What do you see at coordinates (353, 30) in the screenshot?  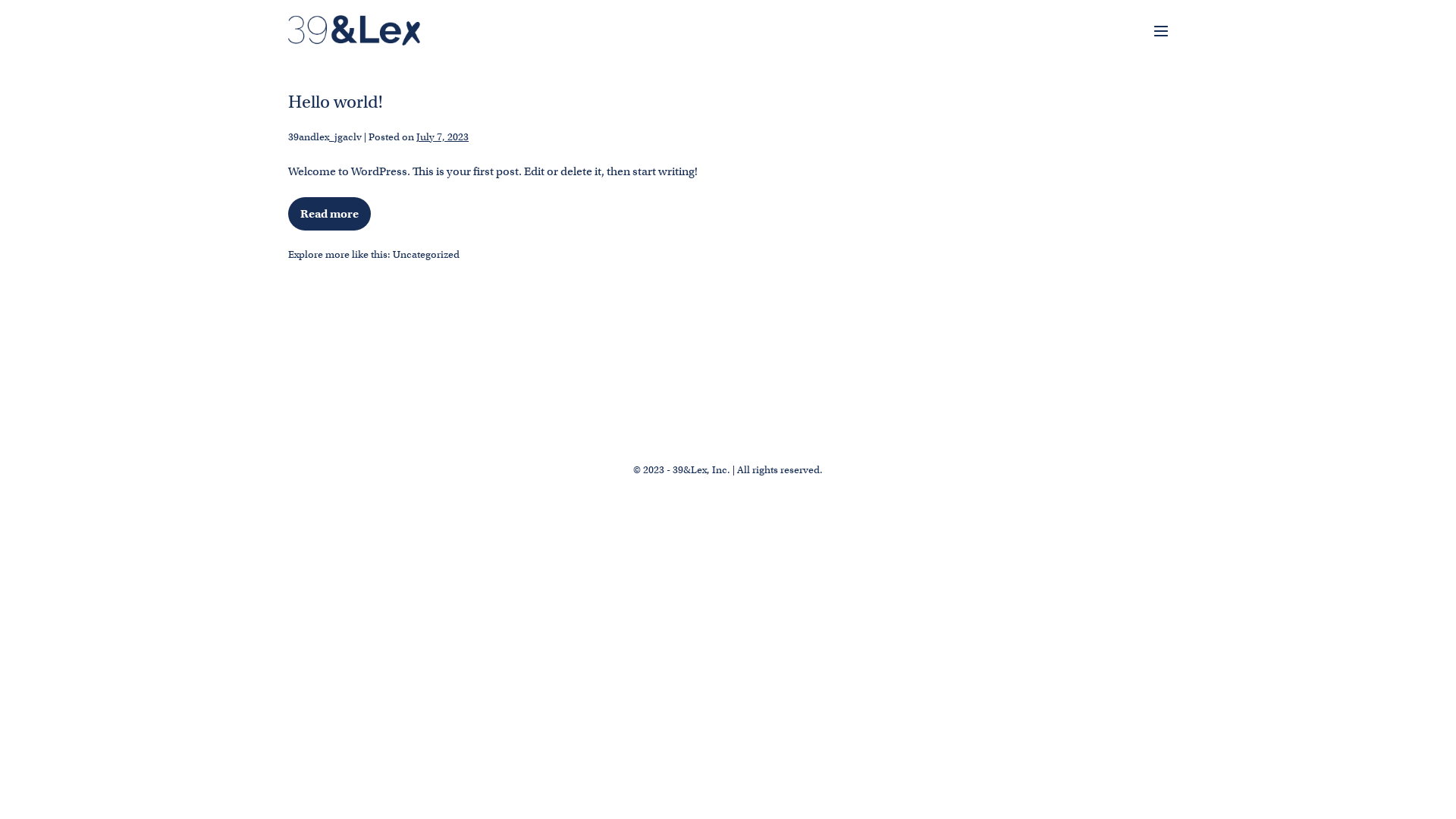 I see `'39&Lex'` at bounding box center [353, 30].